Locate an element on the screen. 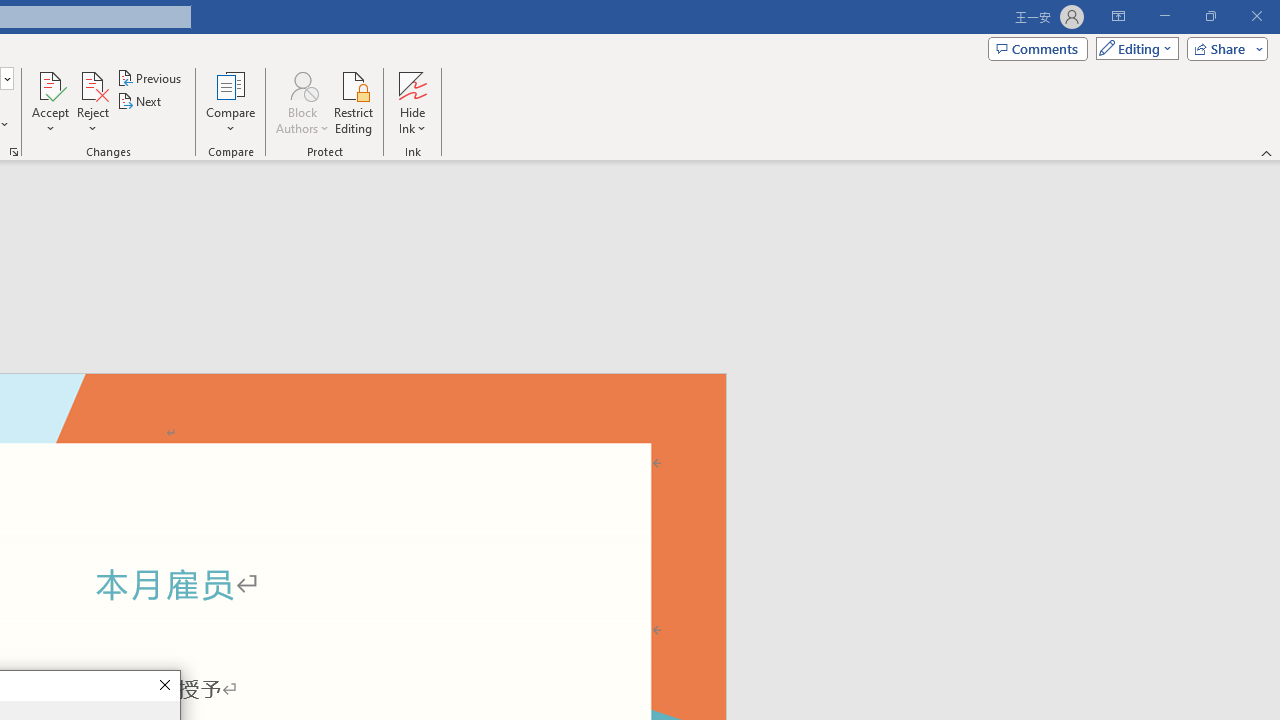 The width and height of the screenshot is (1280, 720). 'Compare' is located at coordinates (231, 103).